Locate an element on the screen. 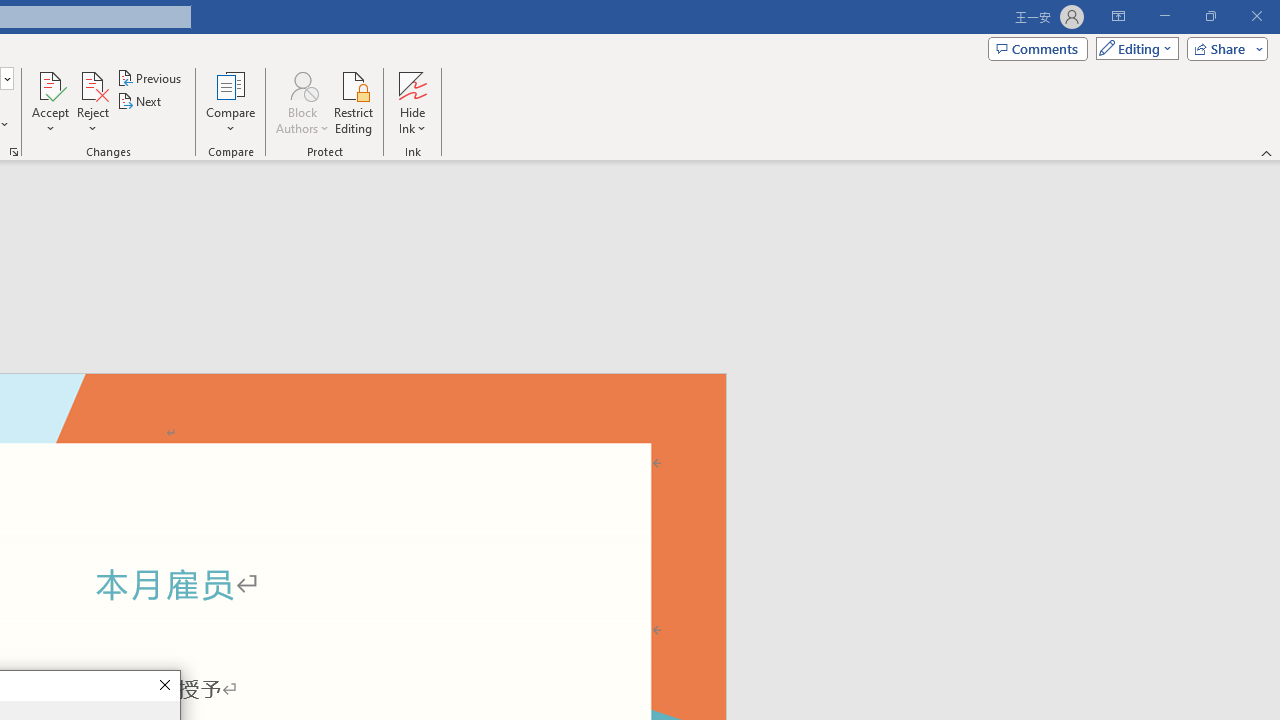 The width and height of the screenshot is (1280, 720). 'Compare' is located at coordinates (231, 103).